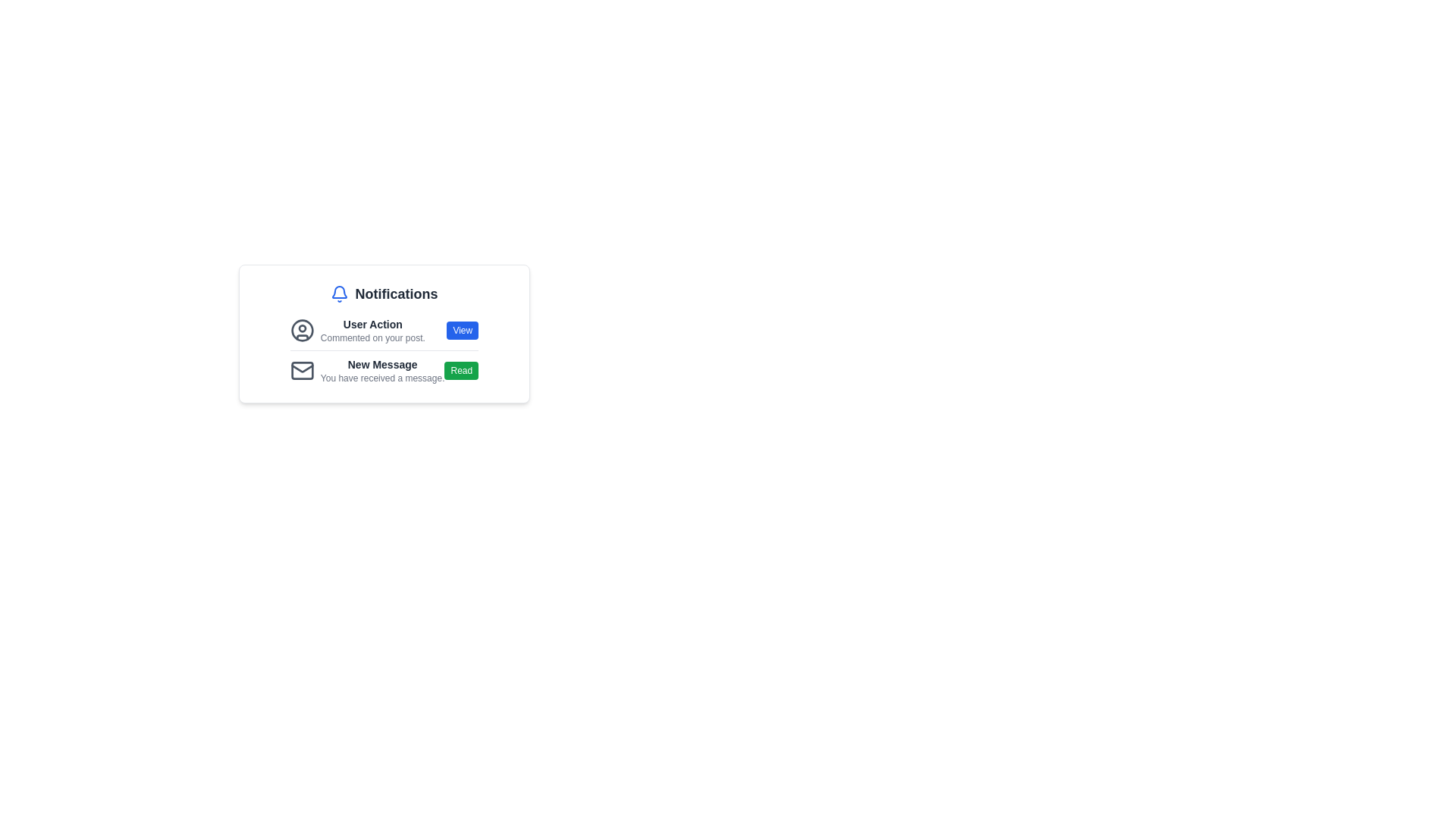  I want to click on the notification message text block located in the lower section of the notification card to read the message, so click(382, 371).